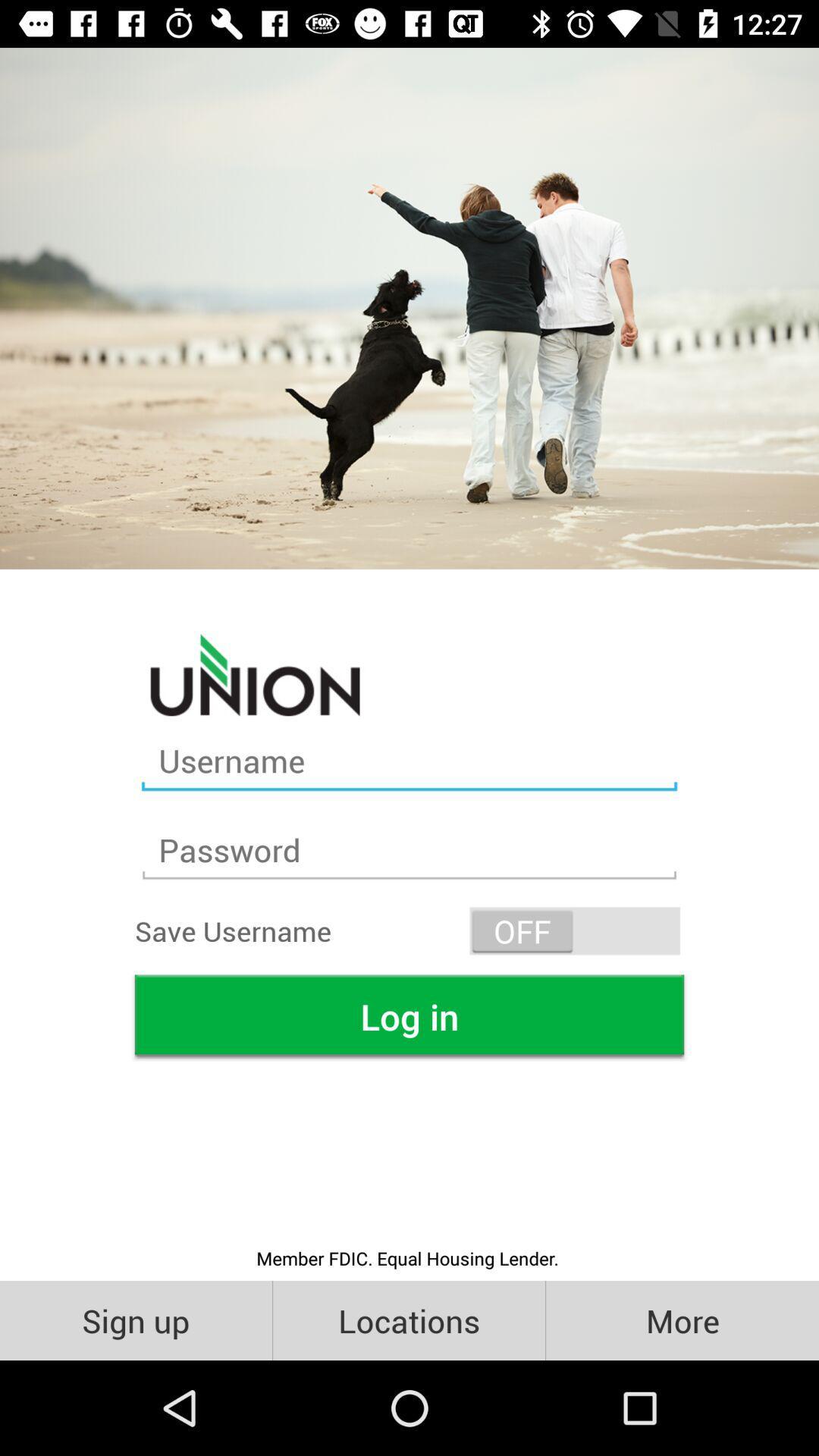 The height and width of the screenshot is (1456, 819). Describe the element at coordinates (408, 1319) in the screenshot. I see `the item next to the sign up` at that location.